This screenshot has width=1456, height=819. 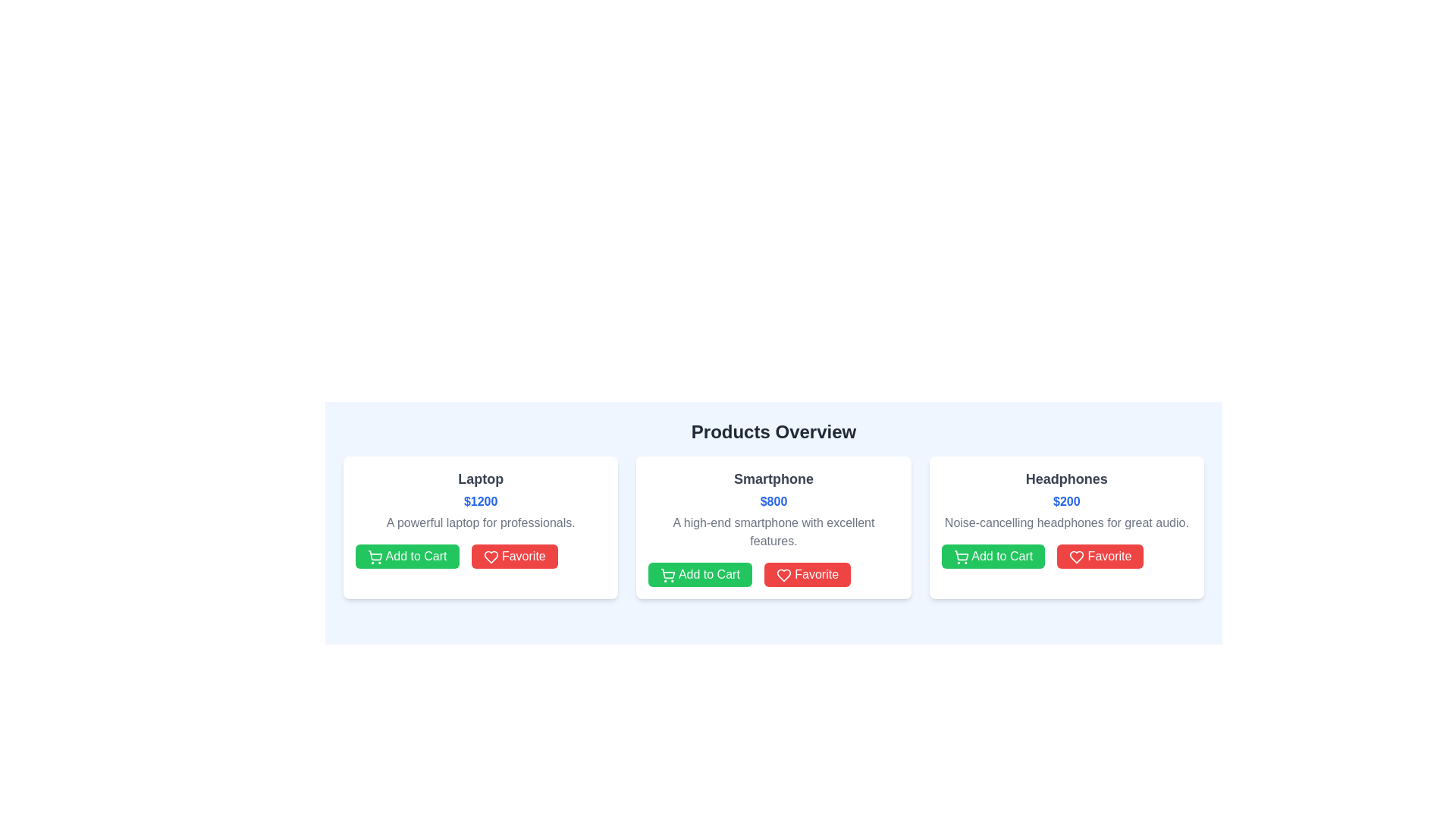 What do you see at coordinates (480, 556) in the screenshot?
I see `the dual-button group for the 'Laptop' item in the 'Products Overview' section` at bounding box center [480, 556].